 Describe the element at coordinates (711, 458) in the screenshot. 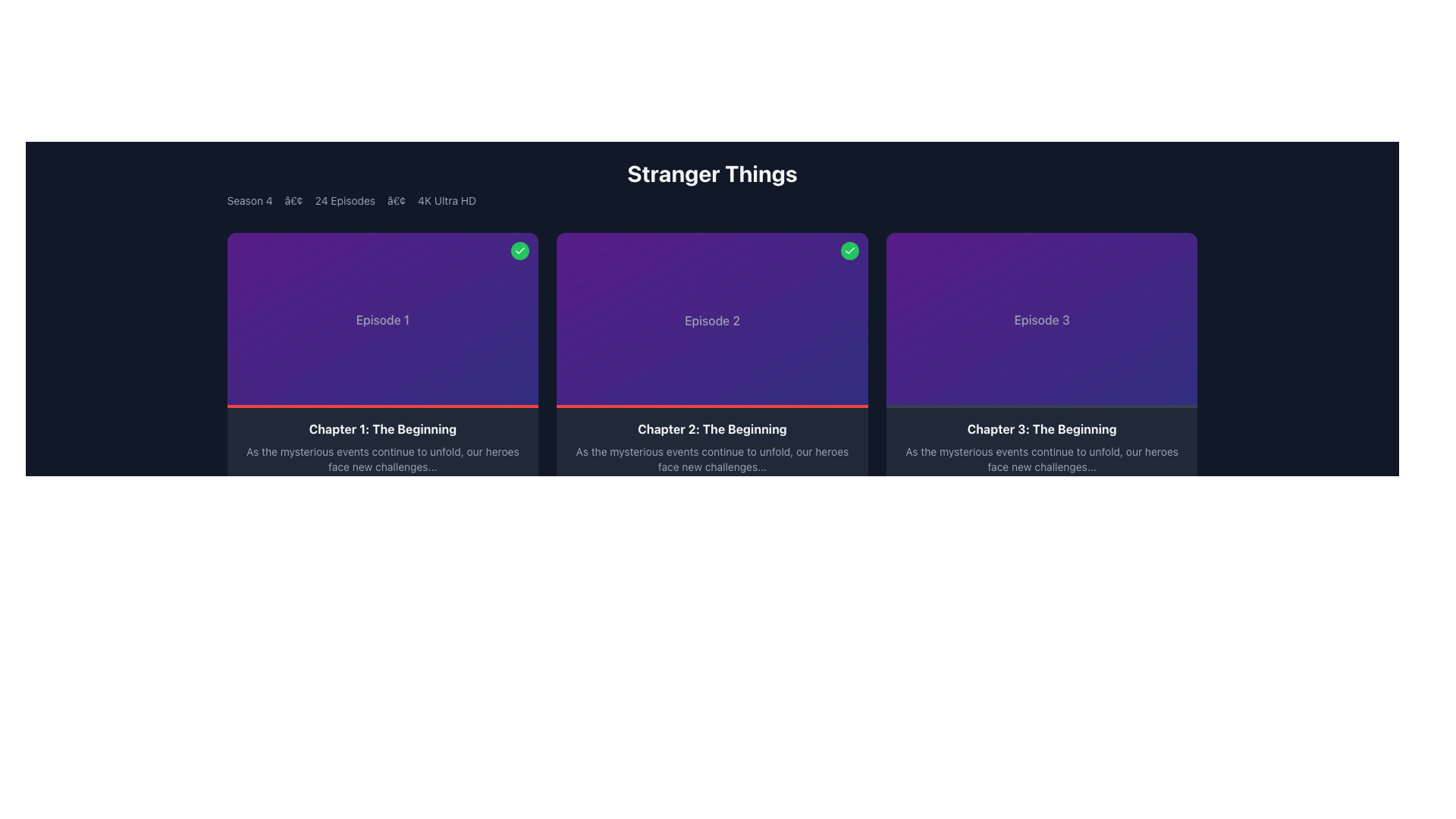

I see `the text block displaying 'As the mysterious events continue to unfold, our heroes face new challenges...' located below the title 'Chapter 2: The Beginning' in the second episode card of the carousel layout` at that location.